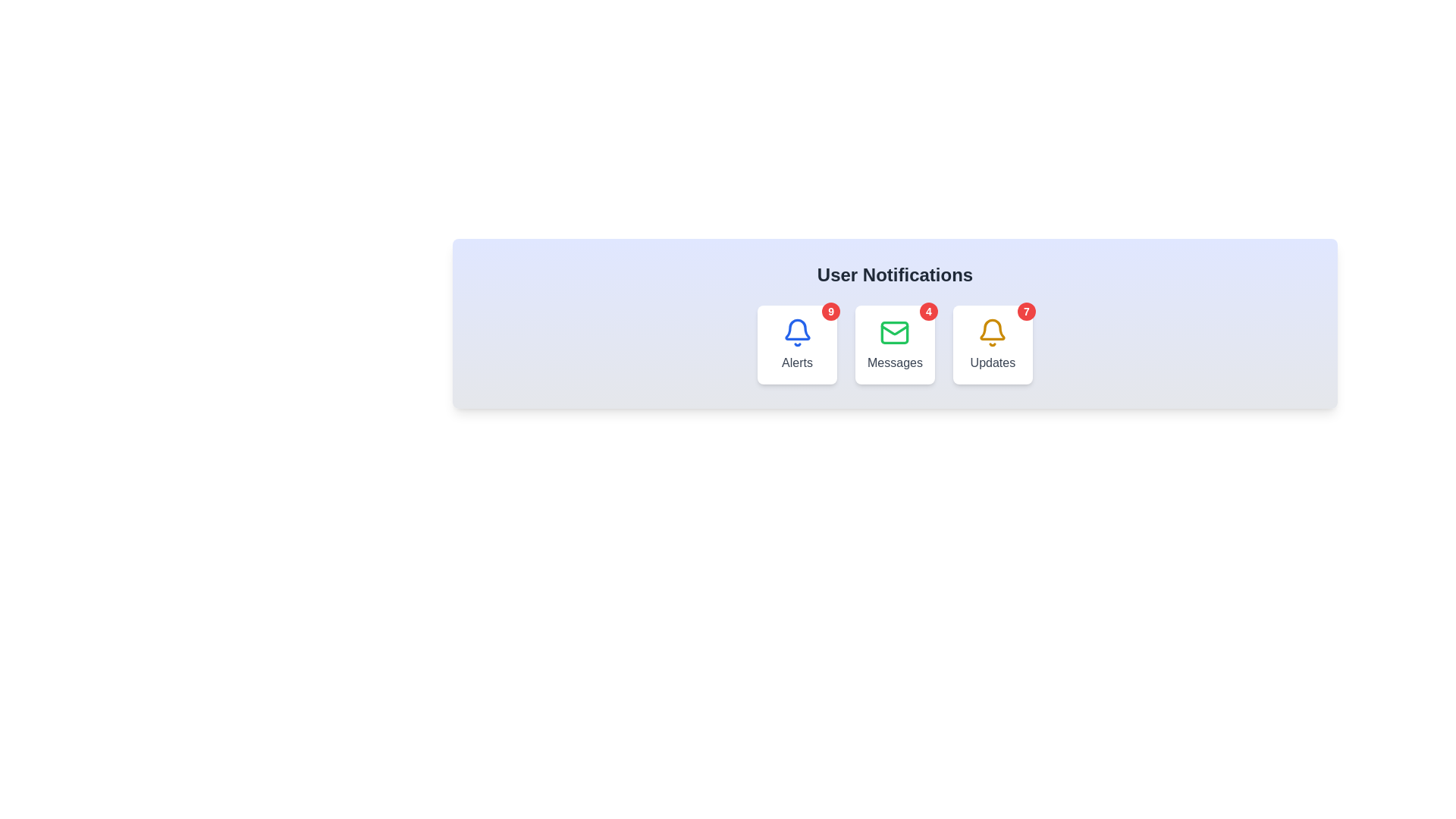 This screenshot has width=1456, height=819. I want to click on the information of the blue bell icon located at the top of the 'Alerts' notification card, so click(796, 332).